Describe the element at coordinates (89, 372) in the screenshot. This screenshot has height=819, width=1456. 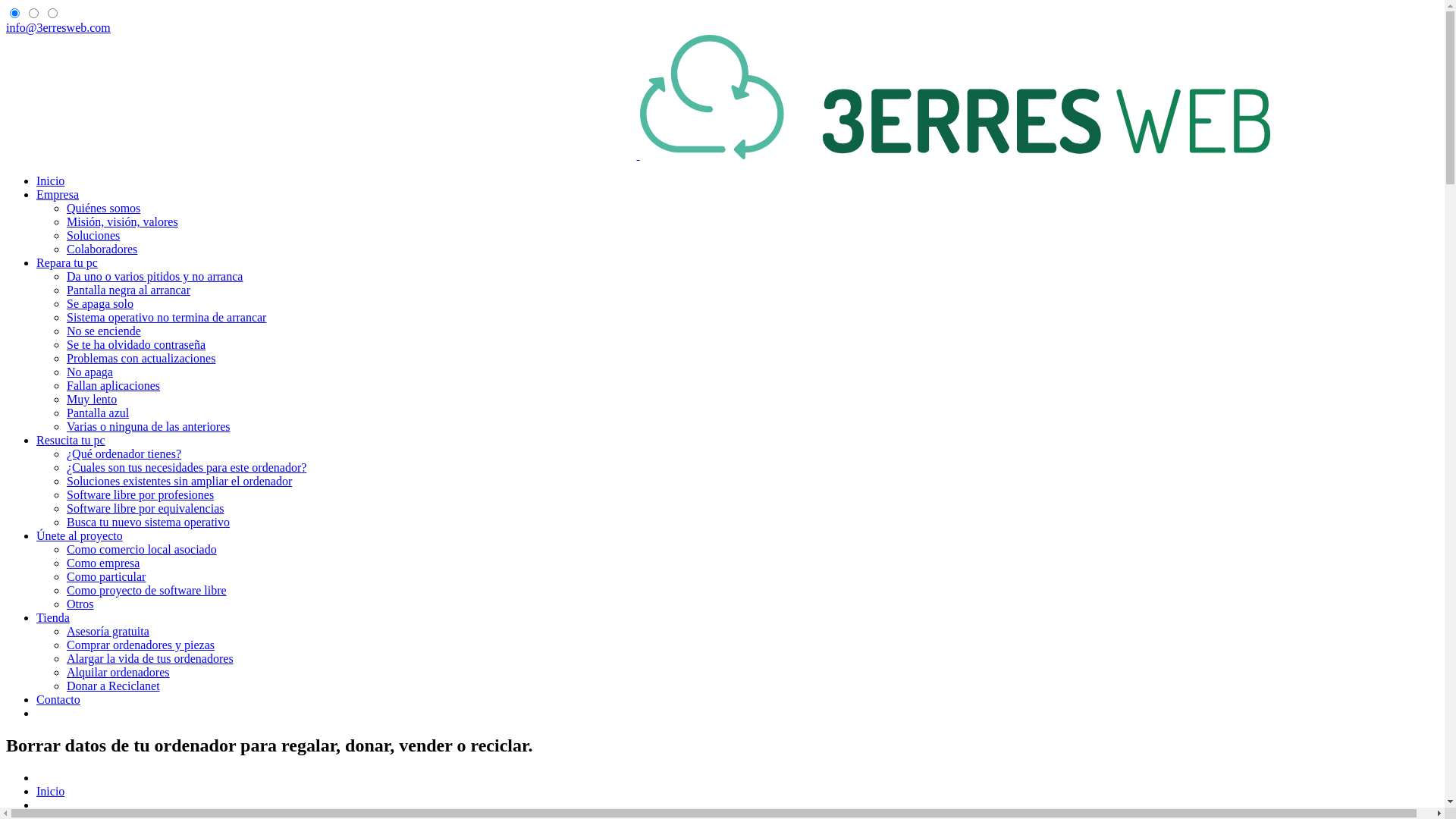
I see `'No apaga'` at that location.